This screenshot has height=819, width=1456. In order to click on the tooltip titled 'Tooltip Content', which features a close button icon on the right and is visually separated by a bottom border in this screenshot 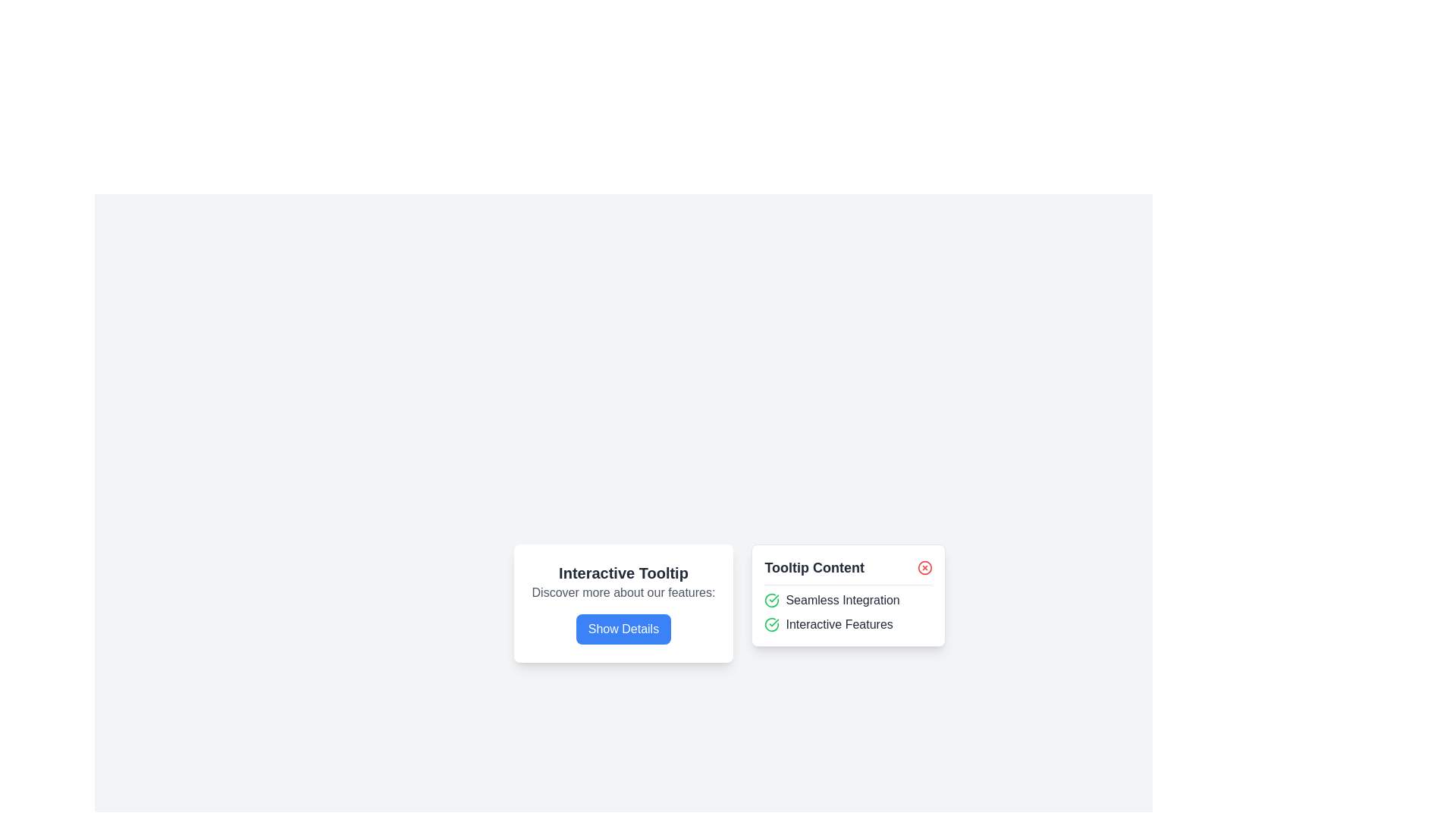, I will do `click(848, 571)`.